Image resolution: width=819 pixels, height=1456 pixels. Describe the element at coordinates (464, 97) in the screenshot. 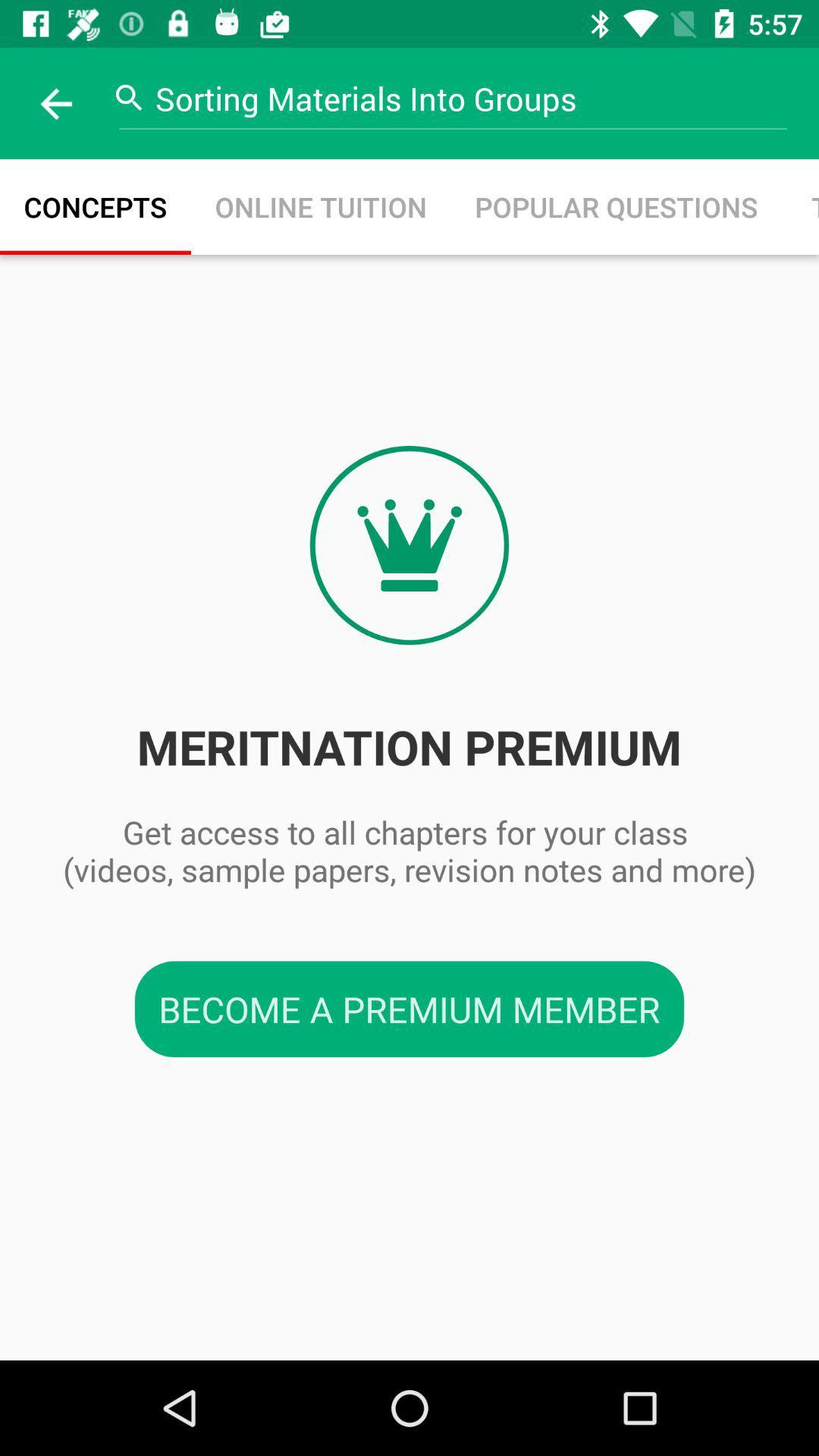

I see `the sorting materials into icon` at that location.